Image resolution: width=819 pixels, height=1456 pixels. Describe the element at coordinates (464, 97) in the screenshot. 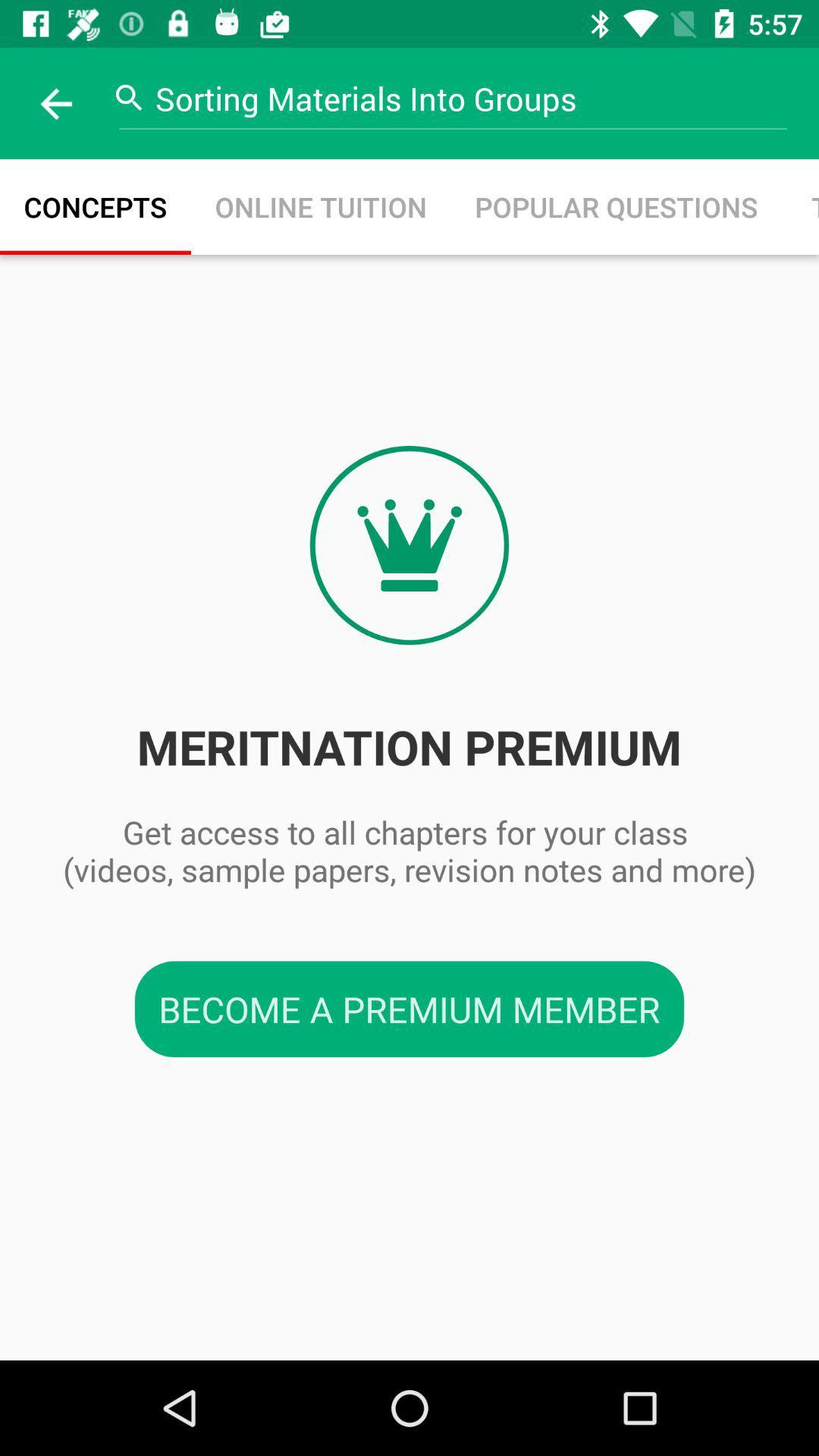

I see `the sorting materials into icon` at that location.